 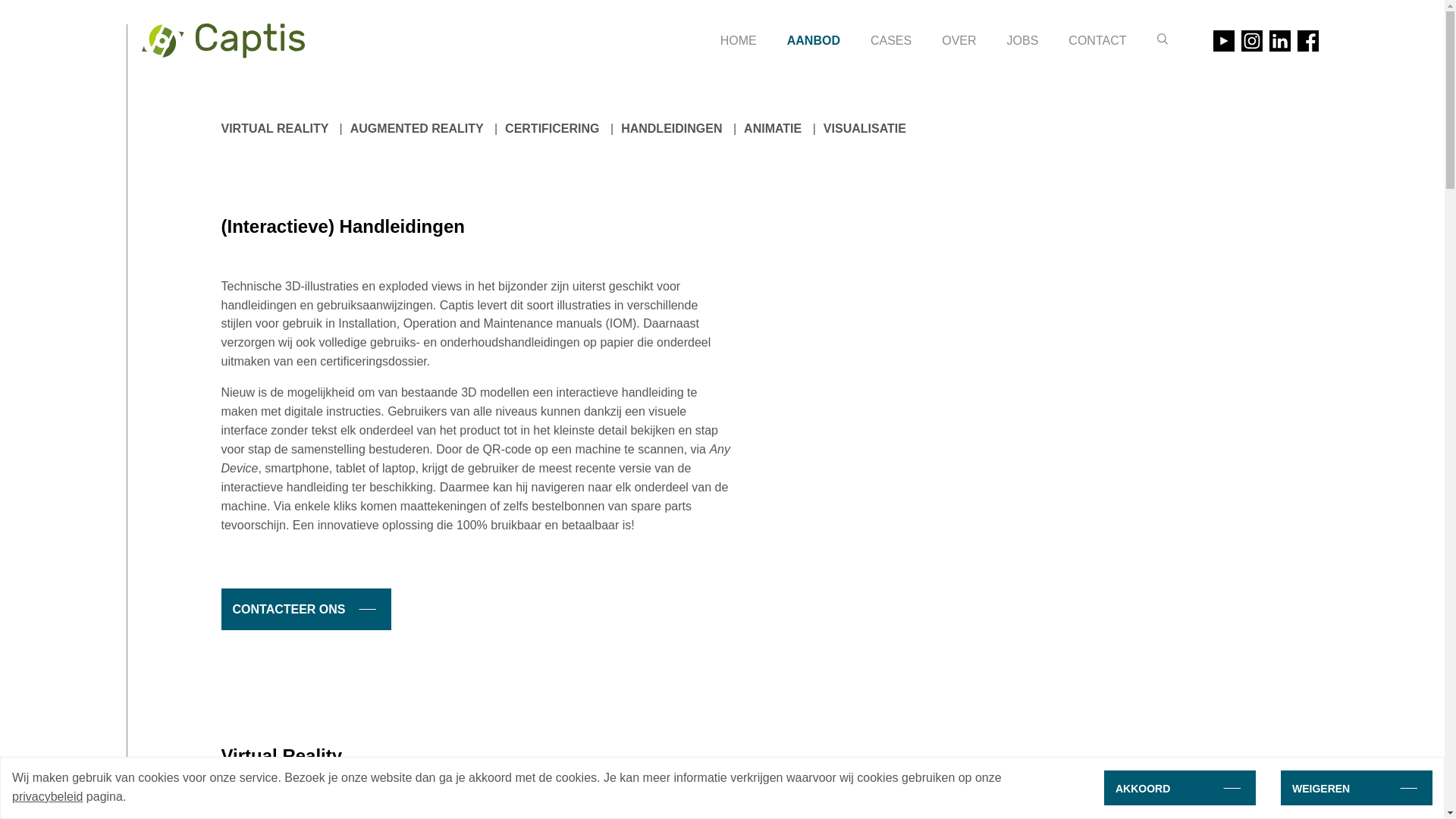 What do you see at coordinates (305, 608) in the screenshot?
I see `'CONTACTEER ONS'` at bounding box center [305, 608].